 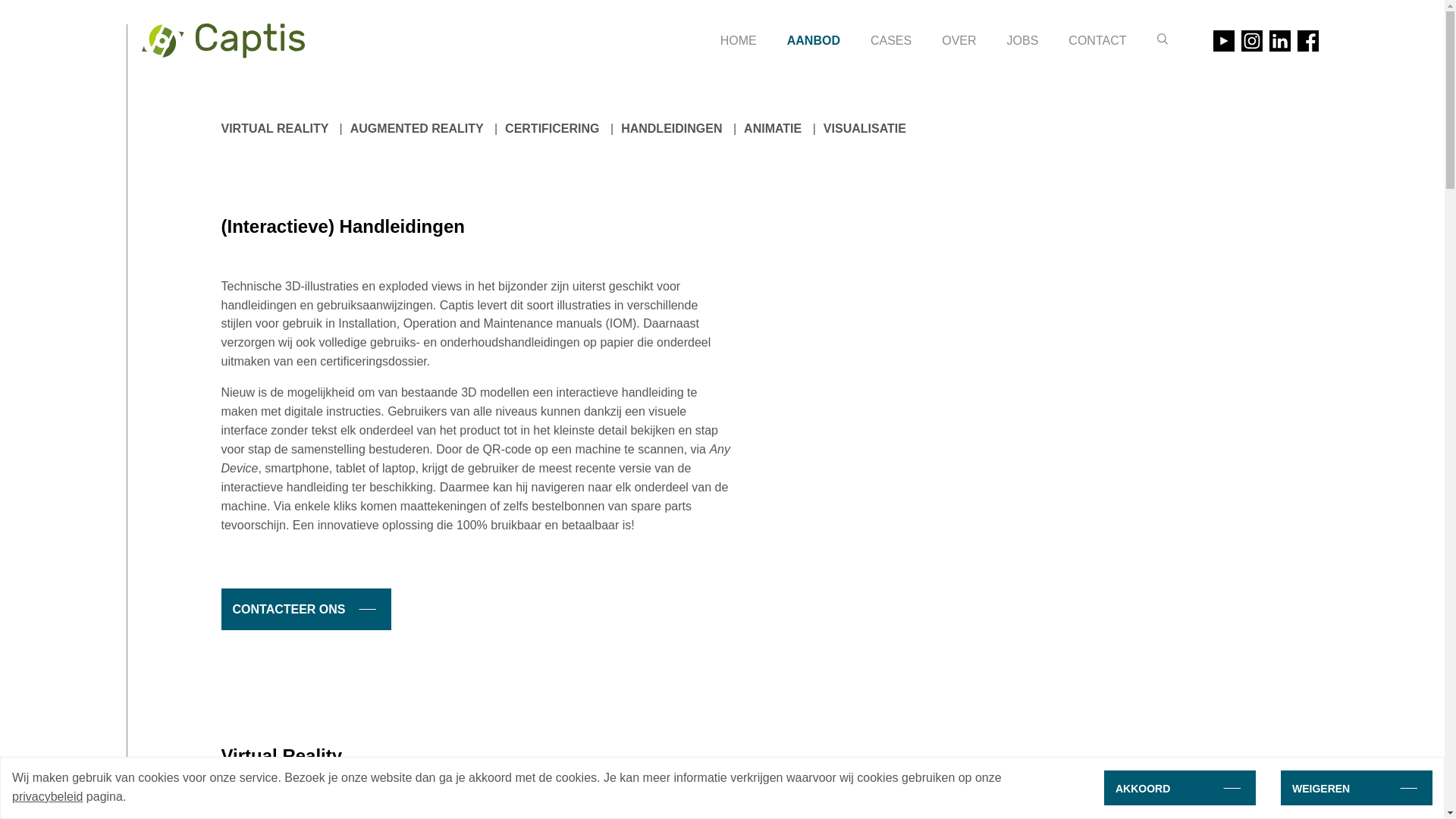 What do you see at coordinates (305, 608) in the screenshot?
I see `'CONTACTEER ONS'` at bounding box center [305, 608].